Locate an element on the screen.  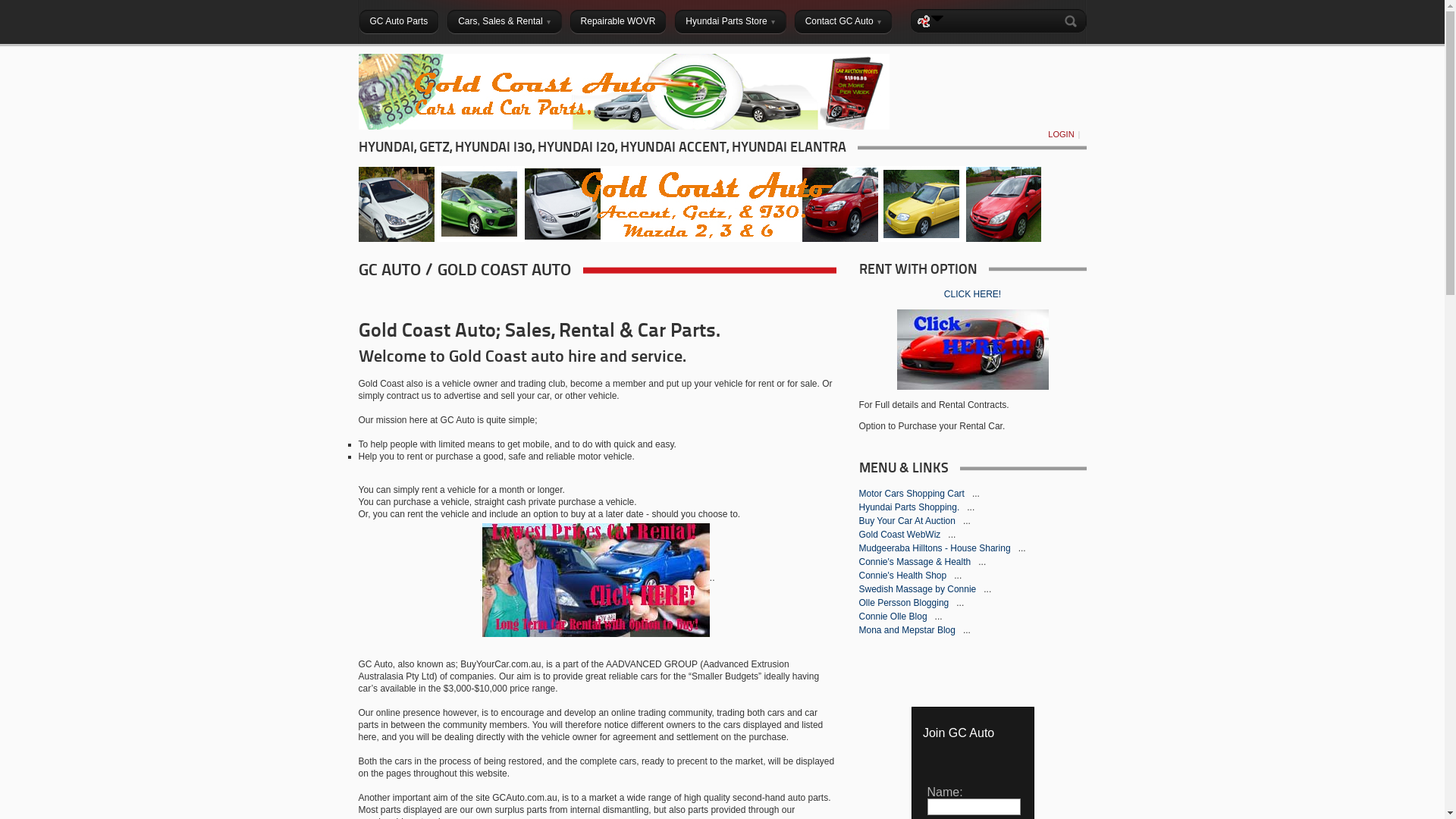
'Gold Coast WebWiz' is located at coordinates (900, 534).